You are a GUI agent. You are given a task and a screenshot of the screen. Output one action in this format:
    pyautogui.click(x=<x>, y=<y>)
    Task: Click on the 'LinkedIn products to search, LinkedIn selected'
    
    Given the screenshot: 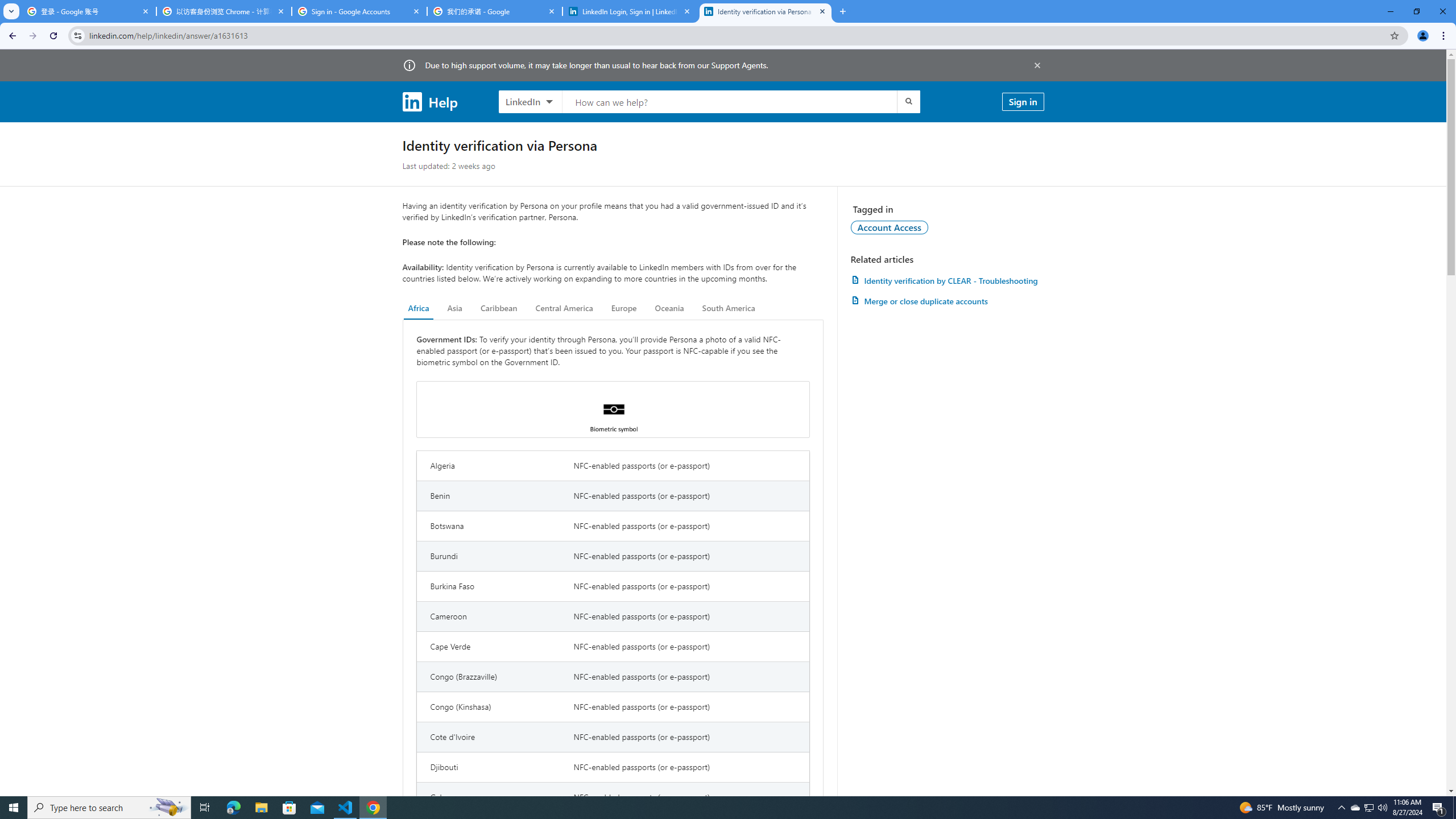 What is the action you would take?
    pyautogui.click(x=531, y=101)
    